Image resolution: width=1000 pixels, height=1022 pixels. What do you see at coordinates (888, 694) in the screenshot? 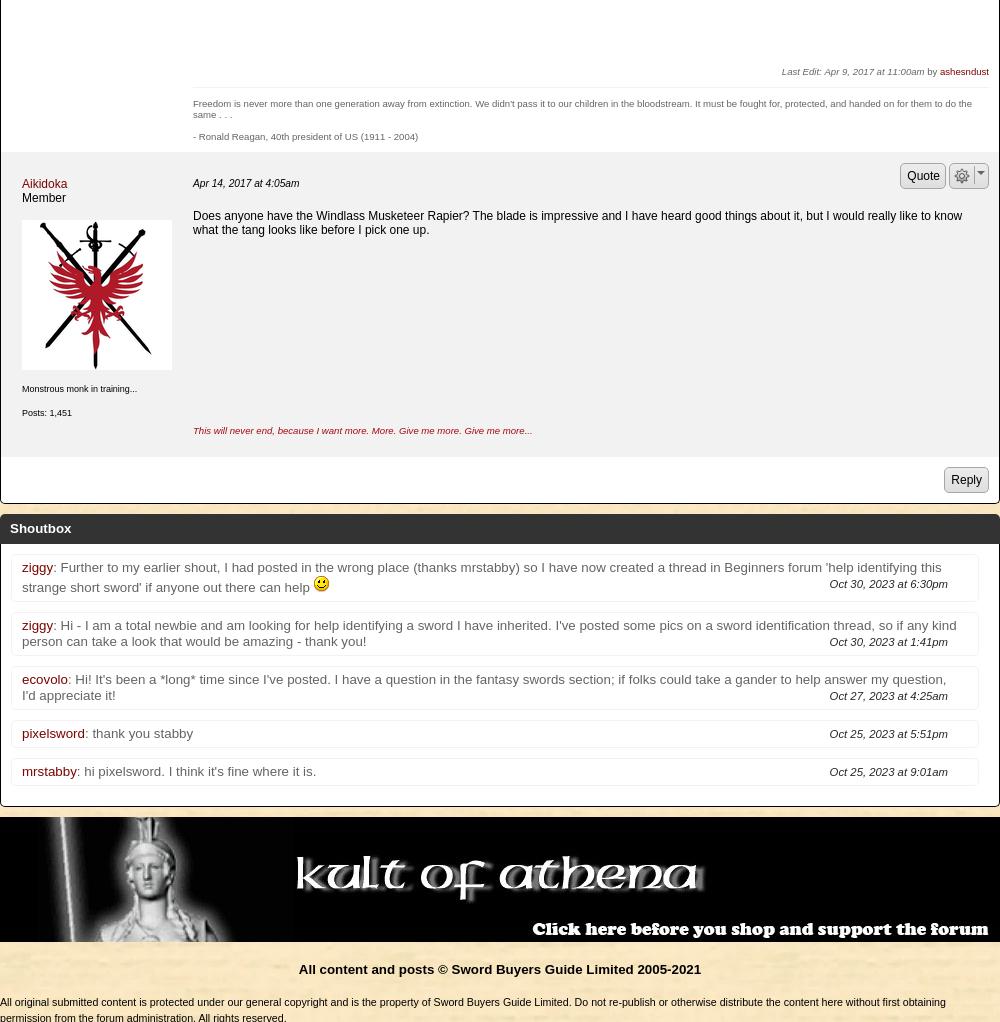
I see `'Oct 27, 2023 at 4:25am'` at bounding box center [888, 694].